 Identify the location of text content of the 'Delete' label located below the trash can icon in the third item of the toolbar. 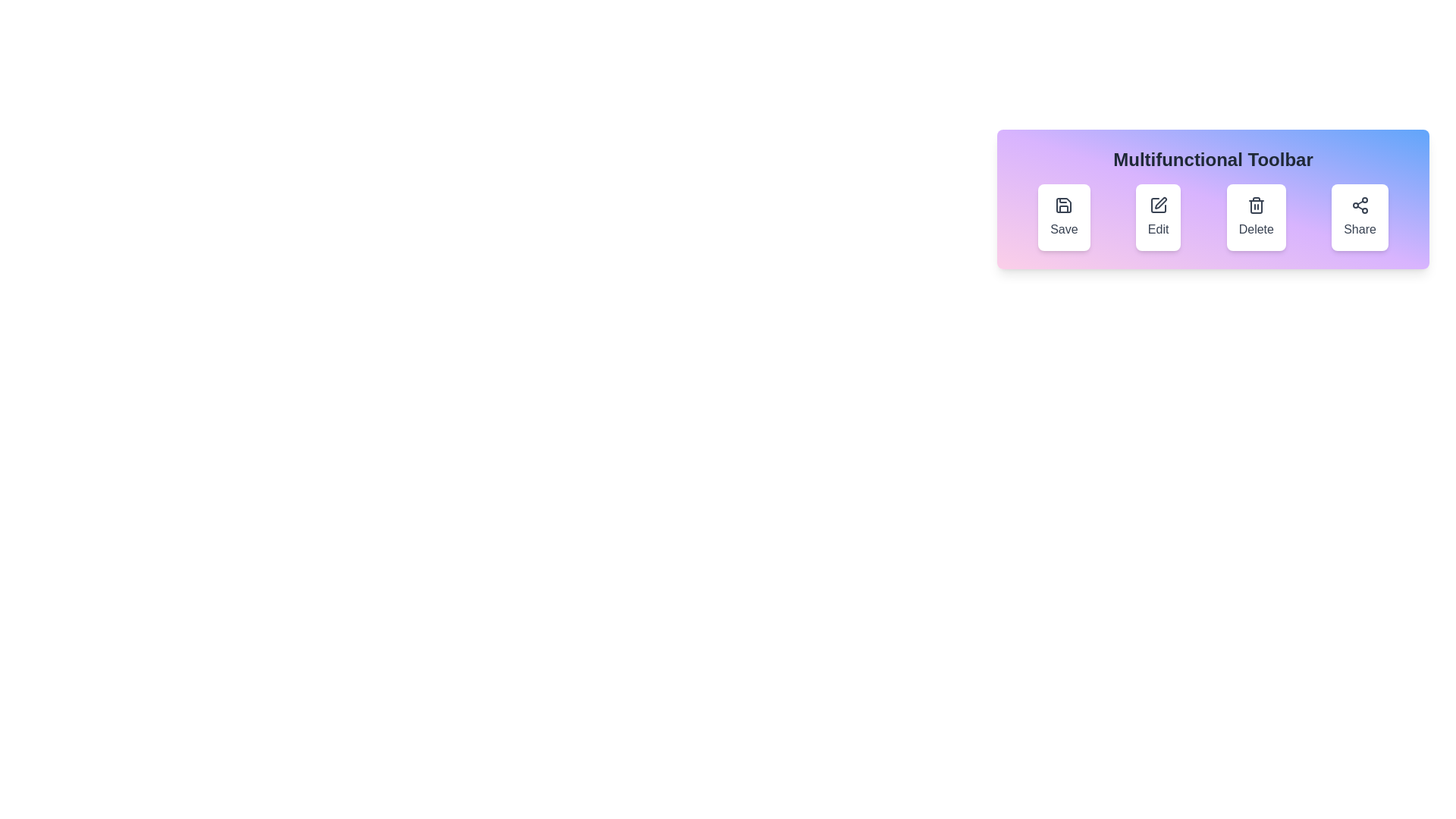
(1256, 230).